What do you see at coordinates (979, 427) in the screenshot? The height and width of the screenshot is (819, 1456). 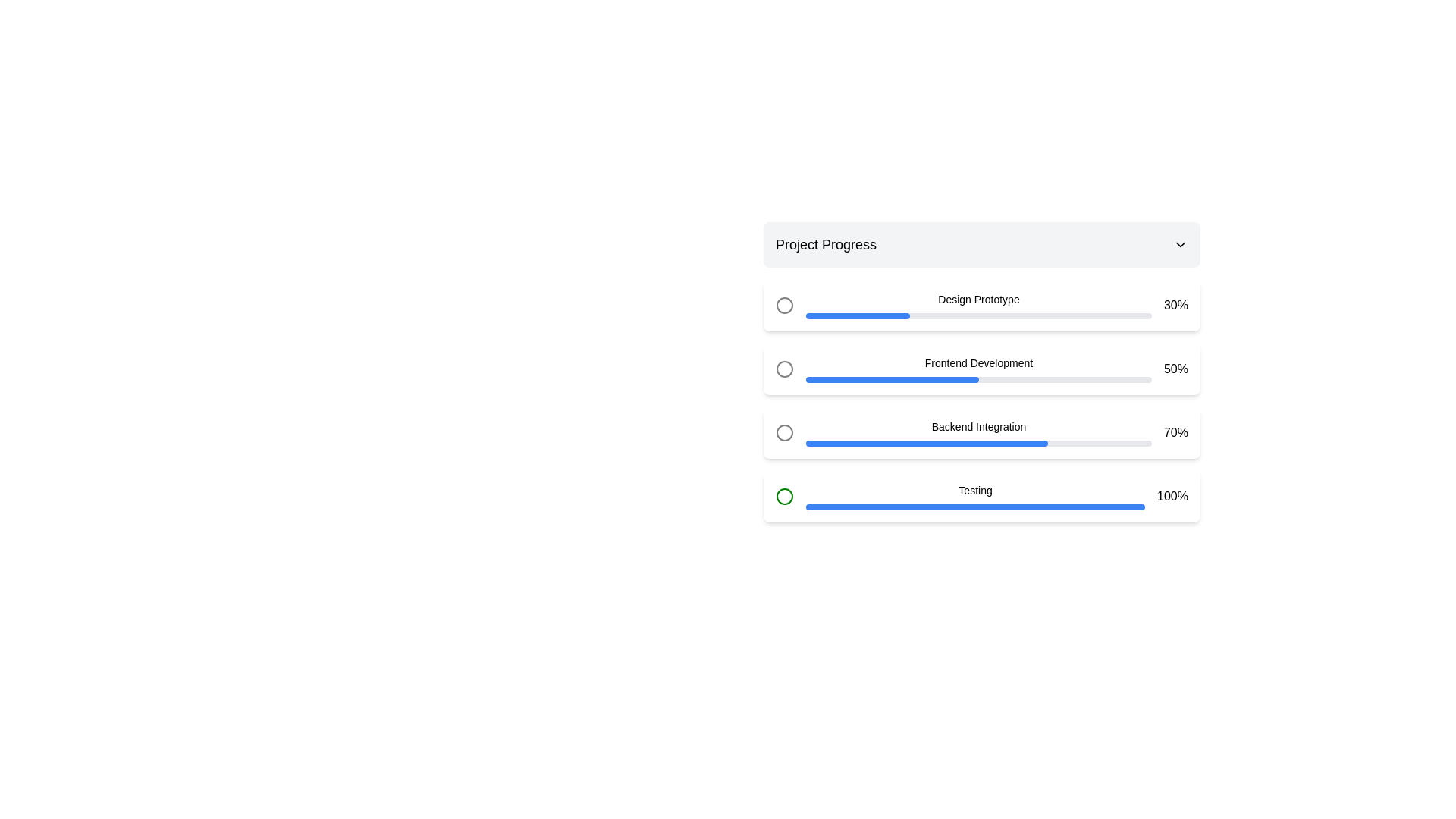 I see `text label that describes the task 'Backend Integration' located in the third segment of the progress tracker visual, positioned above the progress bar` at bounding box center [979, 427].